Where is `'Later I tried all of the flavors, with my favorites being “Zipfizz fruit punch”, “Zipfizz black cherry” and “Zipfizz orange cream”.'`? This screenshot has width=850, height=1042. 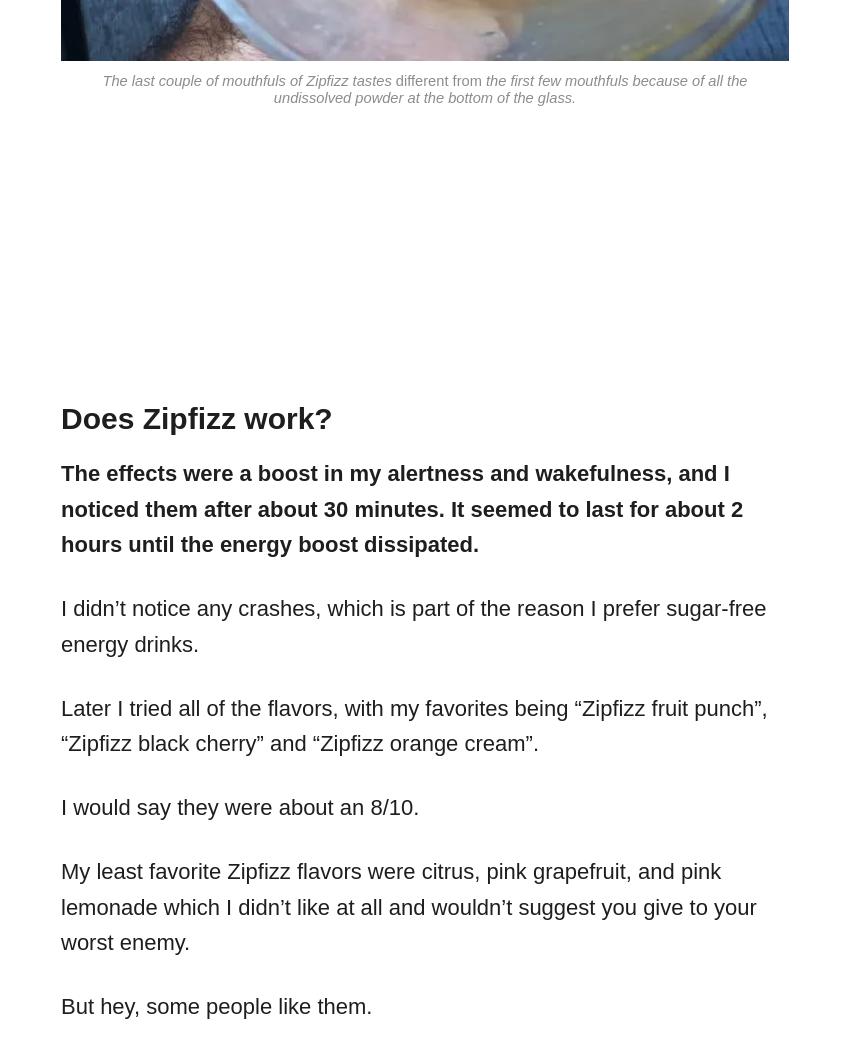 'Later I tried all of the flavors, with my favorites being “Zipfizz fruit punch”, “Zipfizz black cherry” and “Zipfizz orange cream”.' is located at coordinates (414, 724).